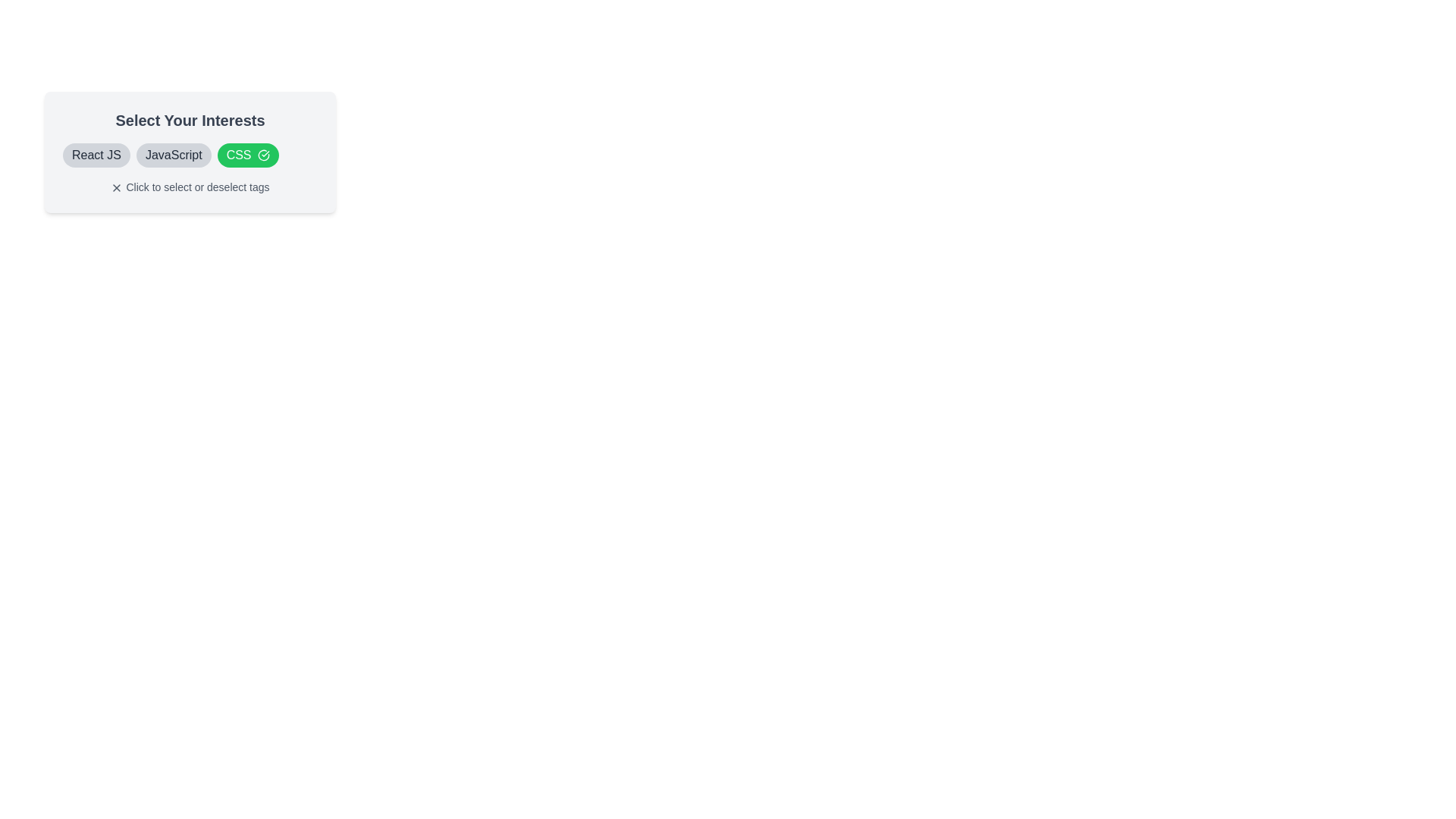 This screenshot has height=819, width=1456. Describe the element at coordinates (96, 155) in the screenshot. I see `the 'React JS' tag/chip, which is a rounded rectangular label with black text on a gray background, located in the 'Select Your Interests' section` at that location.